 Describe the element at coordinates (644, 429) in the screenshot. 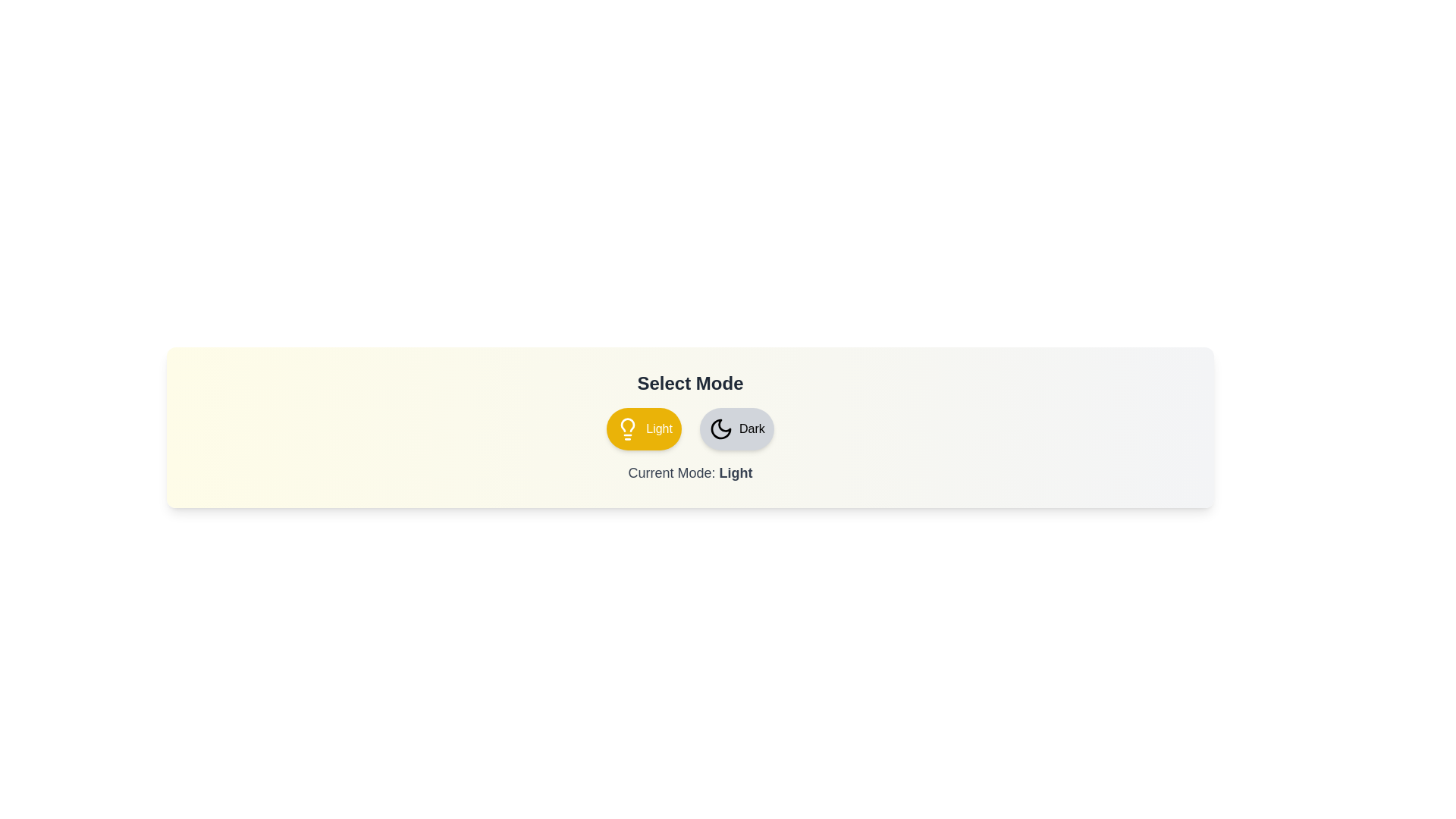

I see `the 'Light' button to change the mode` at that location.